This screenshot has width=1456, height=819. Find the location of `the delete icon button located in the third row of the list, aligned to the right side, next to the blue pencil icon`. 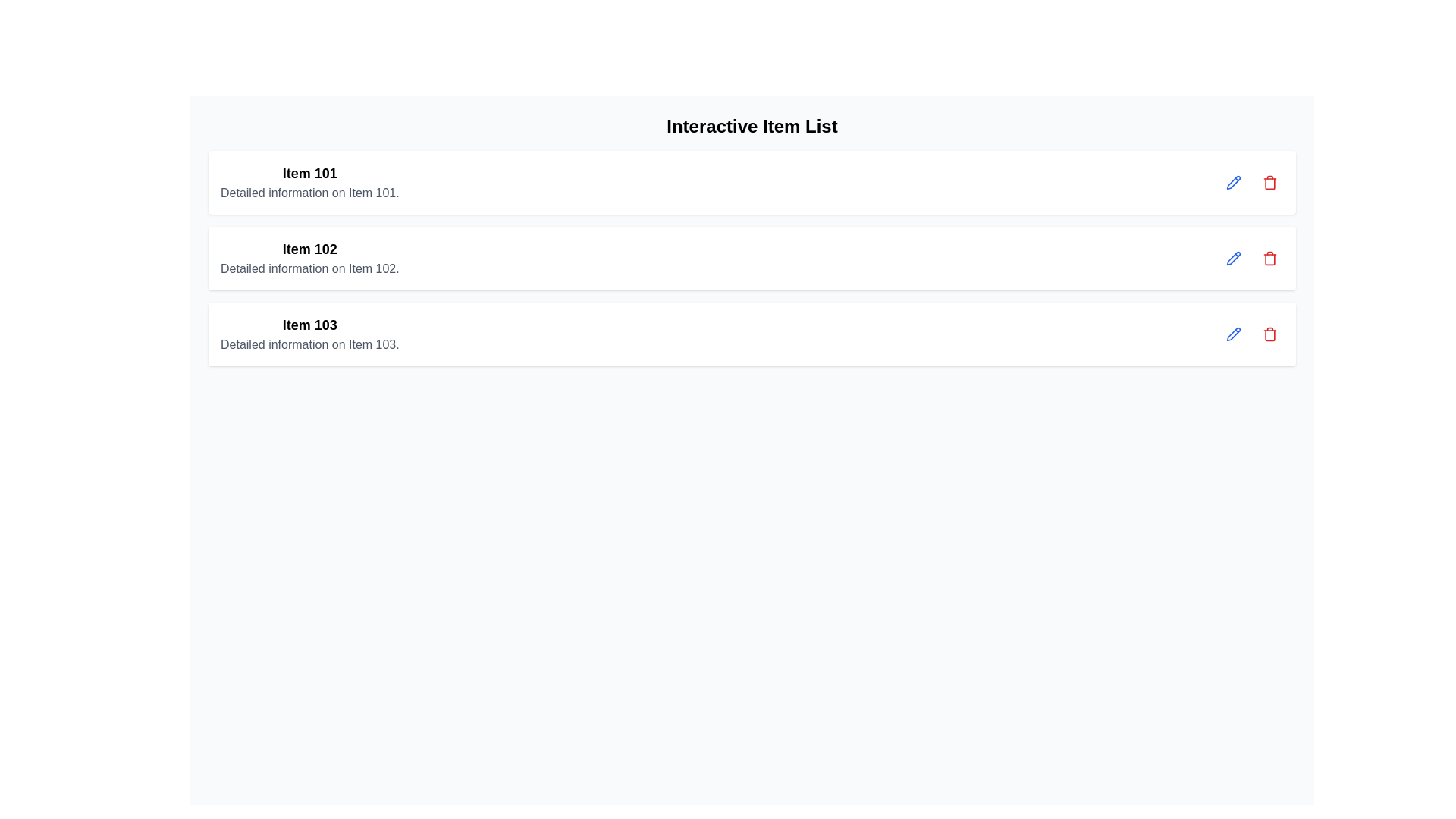

the delete icon button located in the third row of the list, aligned to the right side, next to the blue pencil icon is located at coordinates (1270, 257).